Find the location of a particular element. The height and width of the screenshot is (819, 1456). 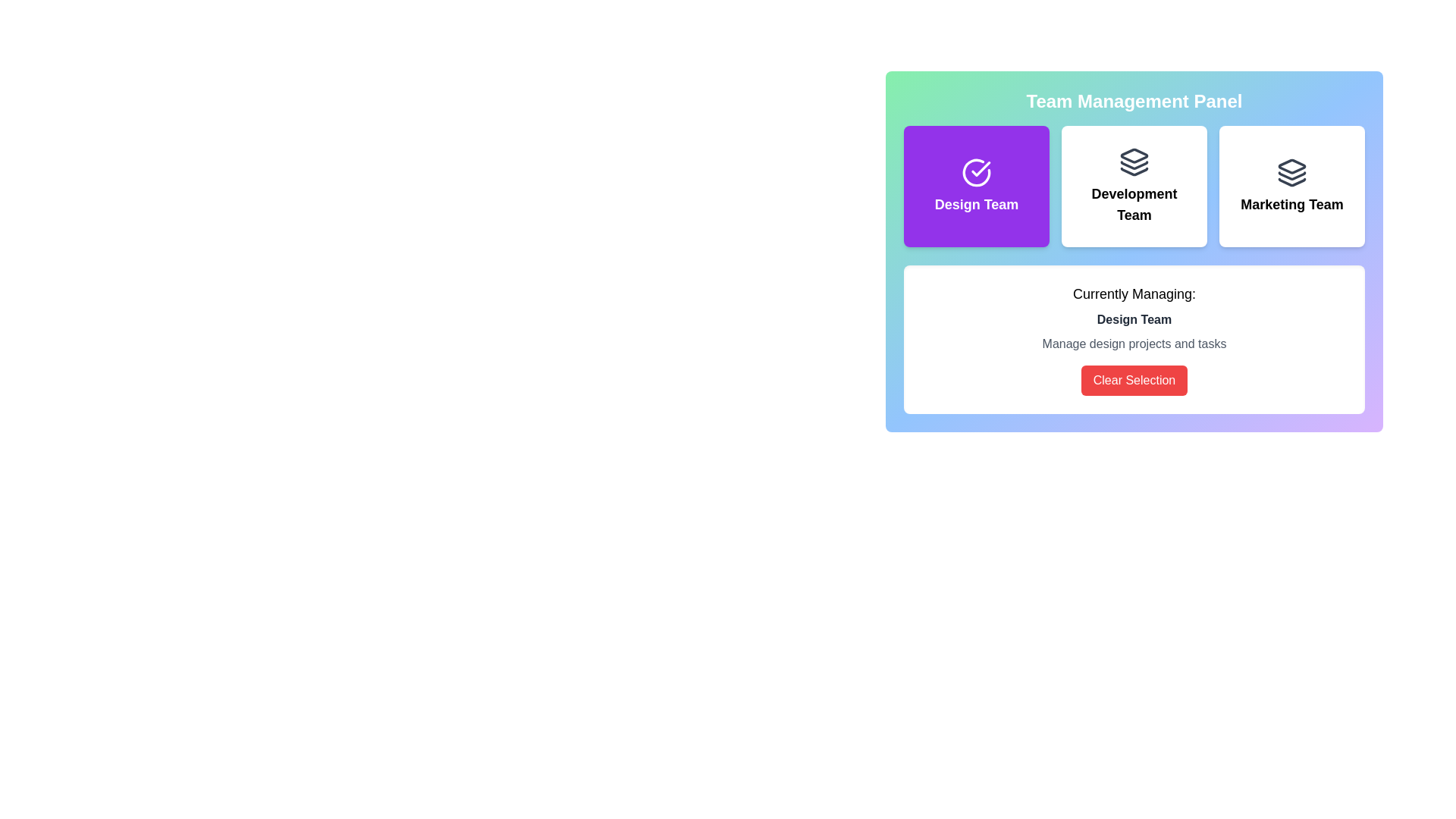

the state of the checkmark icon within a circle, which is part of the 'Design Team' option on the purple rectangular background is located at coordinates (981, 169).